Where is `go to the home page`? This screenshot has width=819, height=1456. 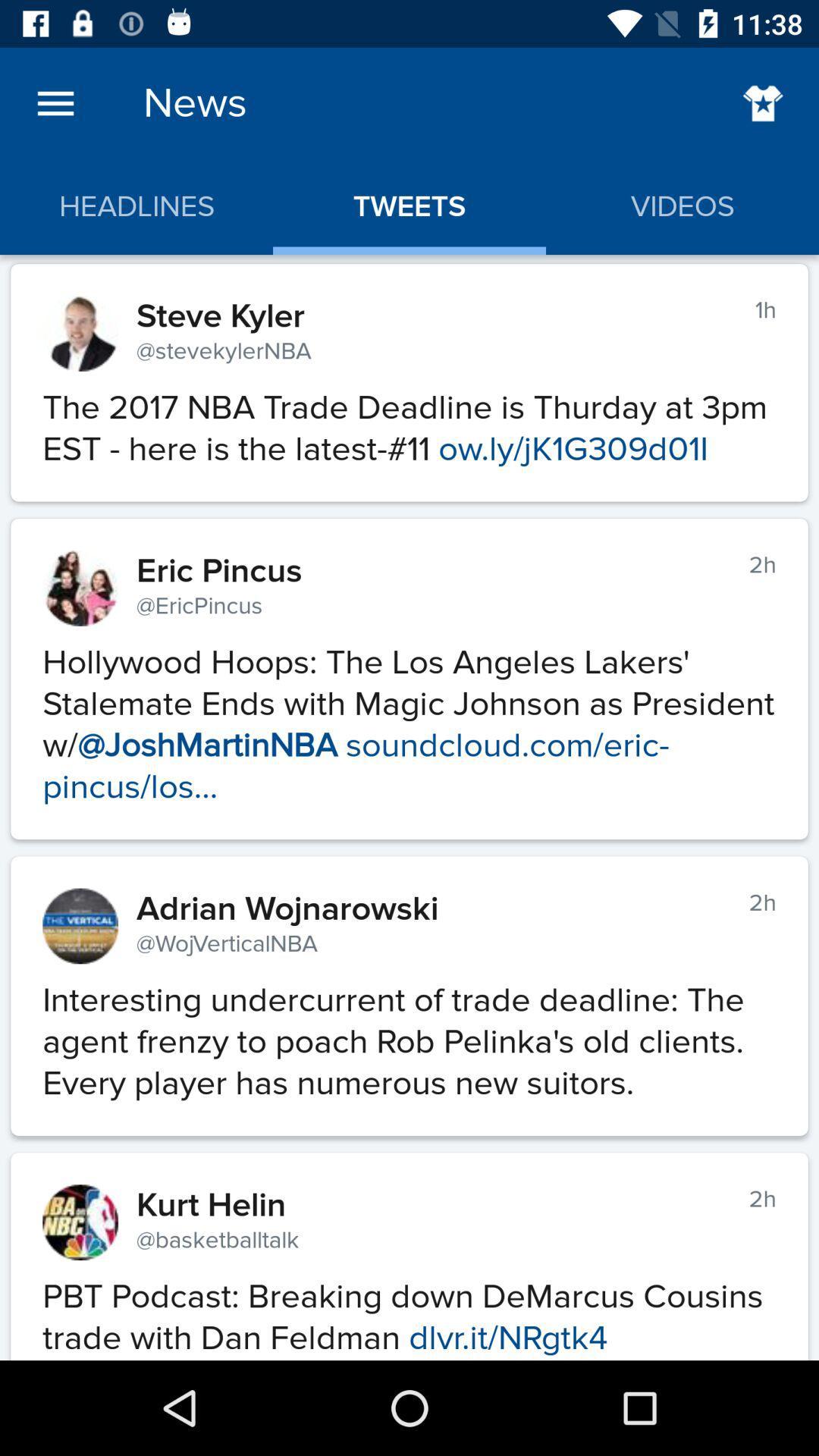
go to the home page is located at coordinates (763, 102).